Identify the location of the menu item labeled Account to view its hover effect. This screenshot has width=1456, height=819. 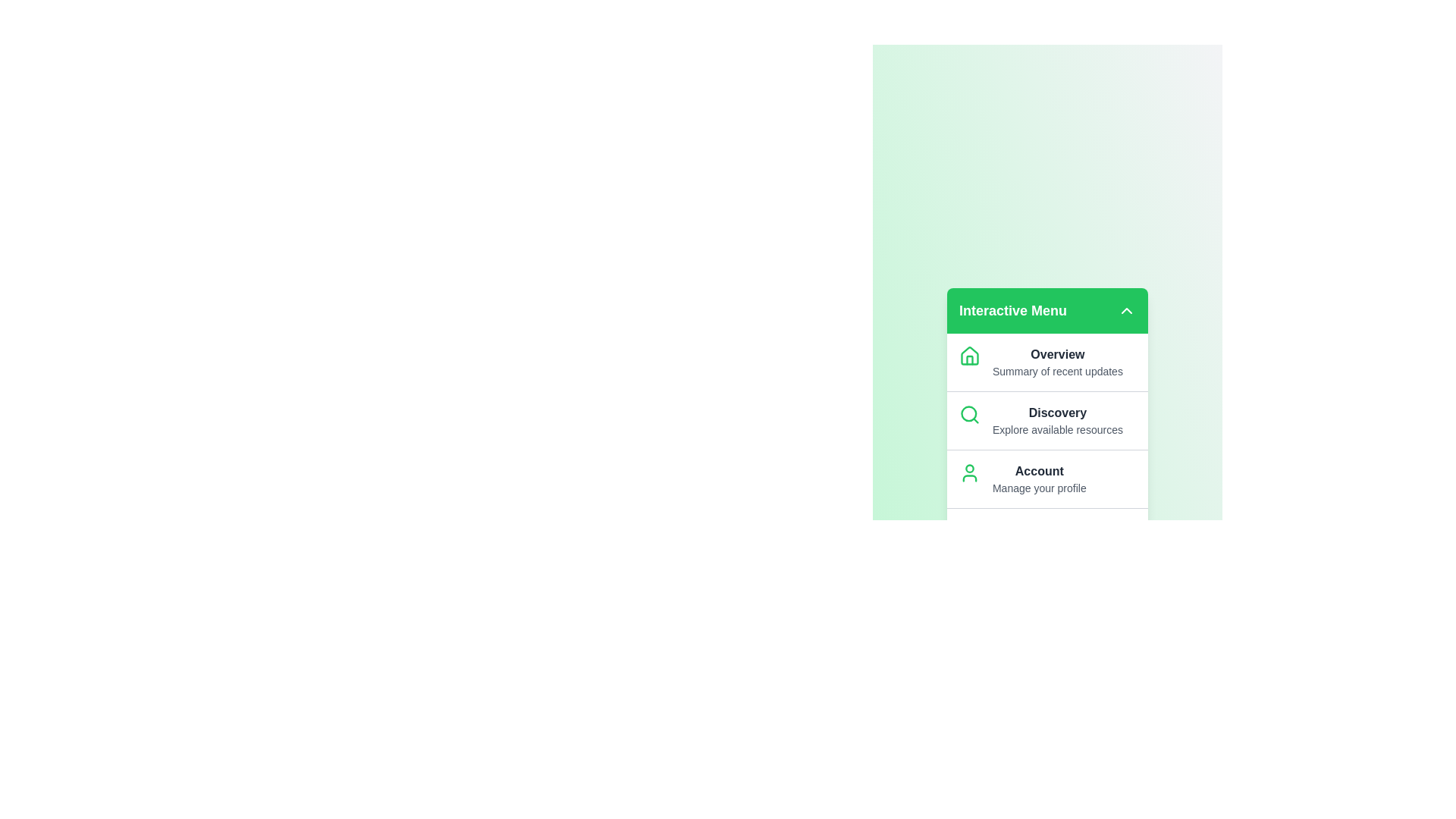
(1046, 479).